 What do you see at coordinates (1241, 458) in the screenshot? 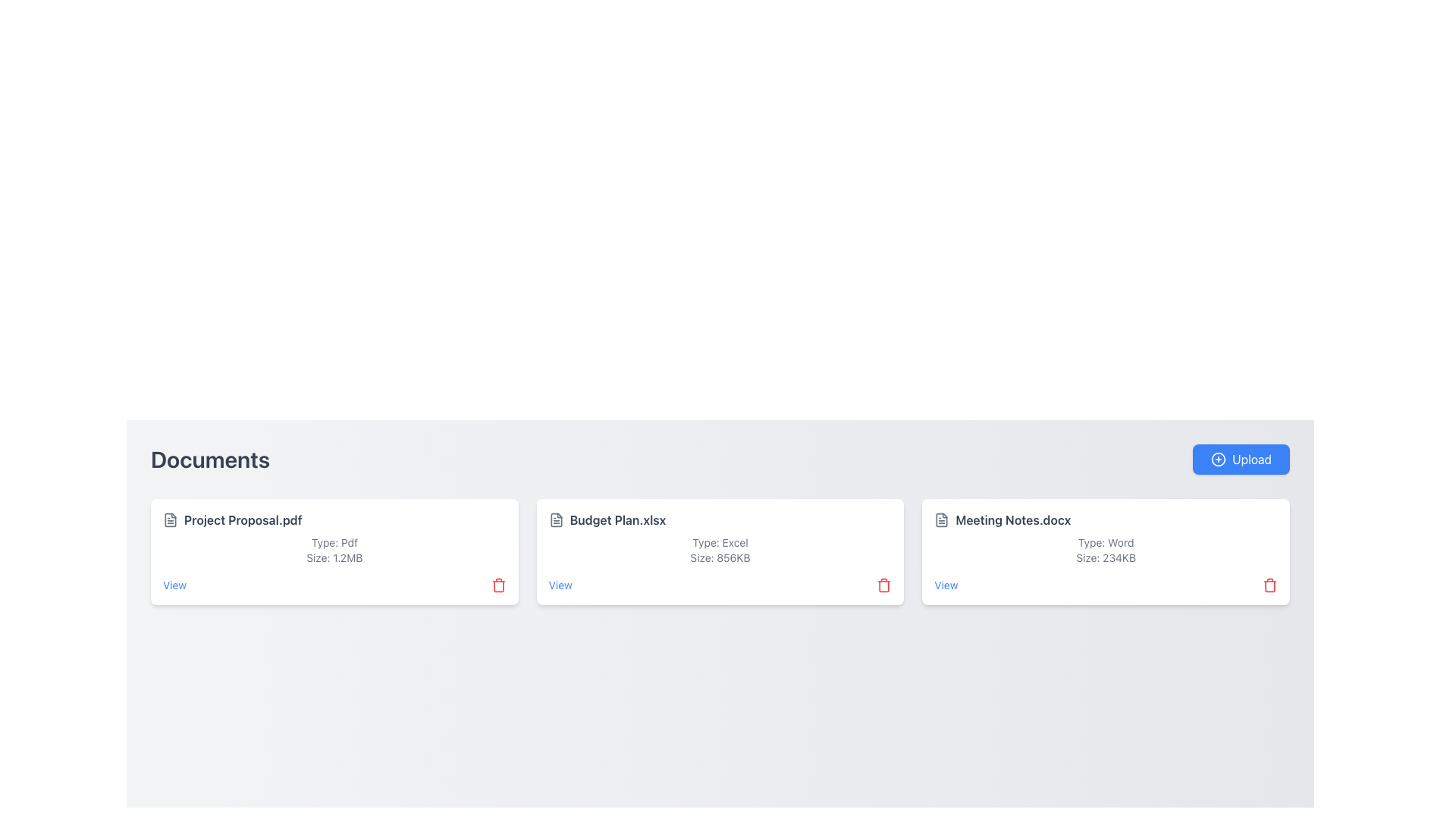
I see `the upload button located in the top-right corner of the 'Documents' section to initiate the file upload process` at bounding box center [1241, 458].